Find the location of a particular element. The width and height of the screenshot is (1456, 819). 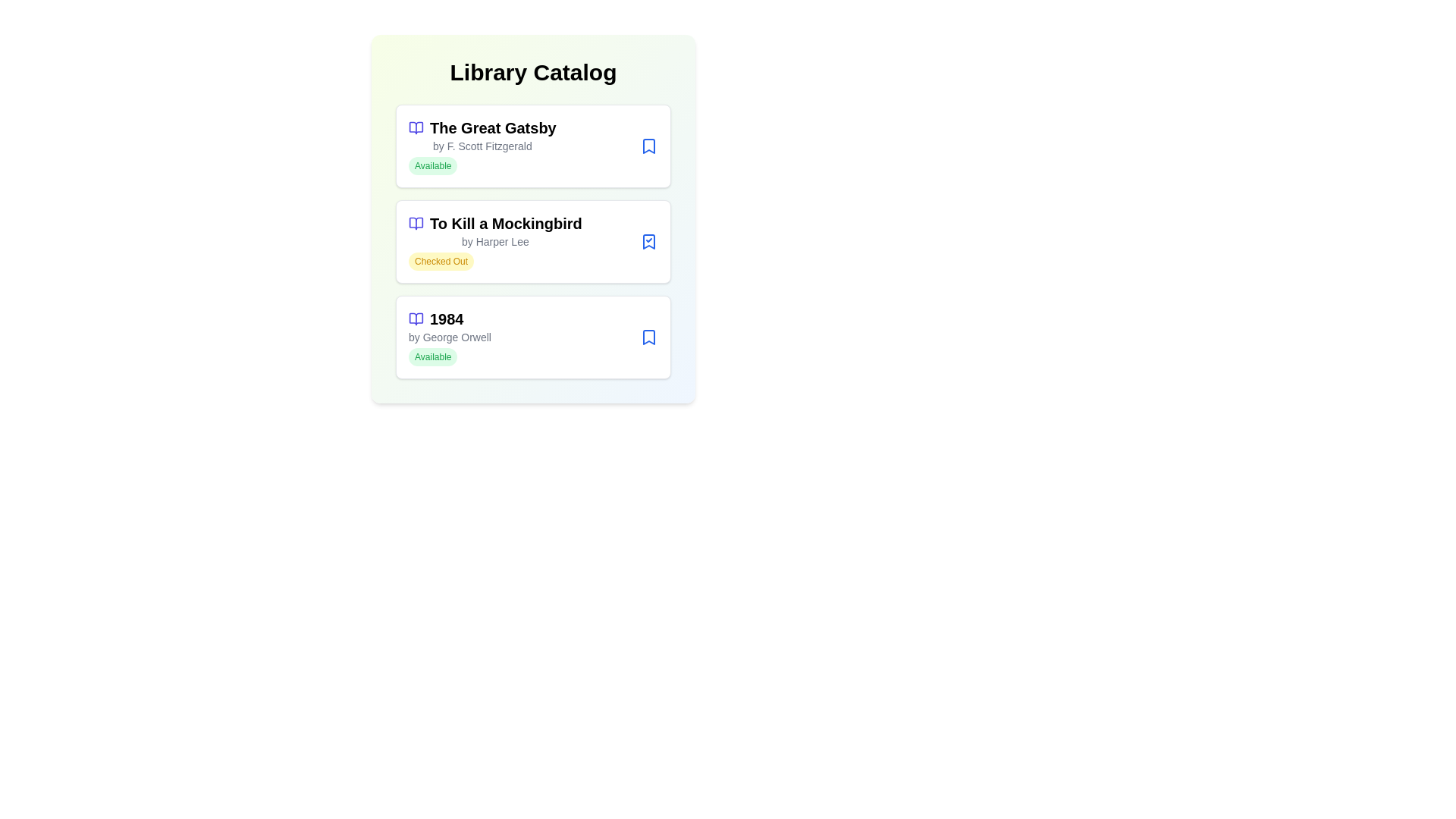

the status button of a book to toggle its availability. Specify the book title as The Great Gatsby is located at coordinates (648, 146).